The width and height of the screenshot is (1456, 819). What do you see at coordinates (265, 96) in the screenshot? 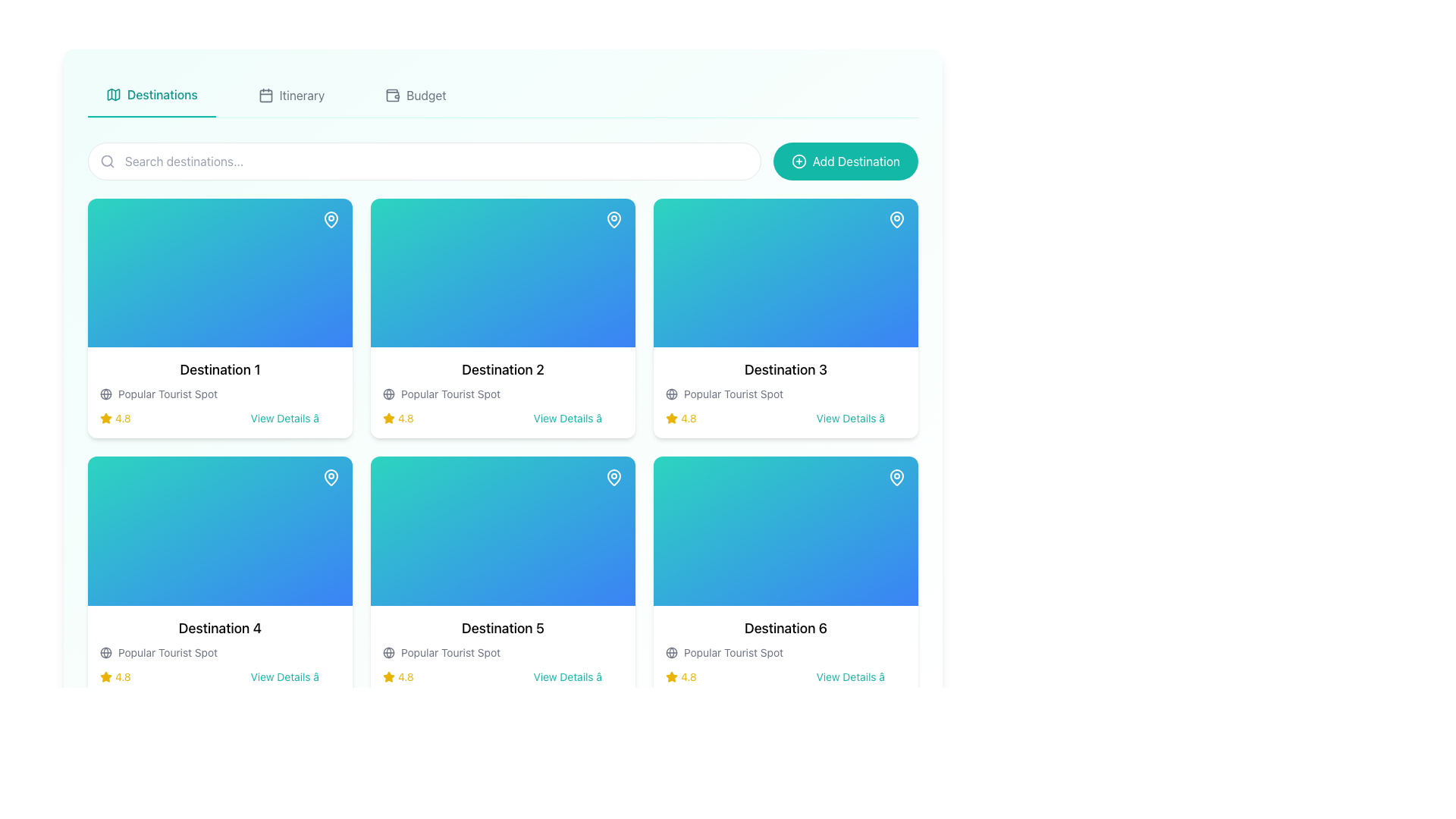
I see `the calendar icon located in the navigation menu, positioned between the 'Destinations' and 'Budget' labels, which supports the 'Itinerary' label` at bounding box center [265, 96].